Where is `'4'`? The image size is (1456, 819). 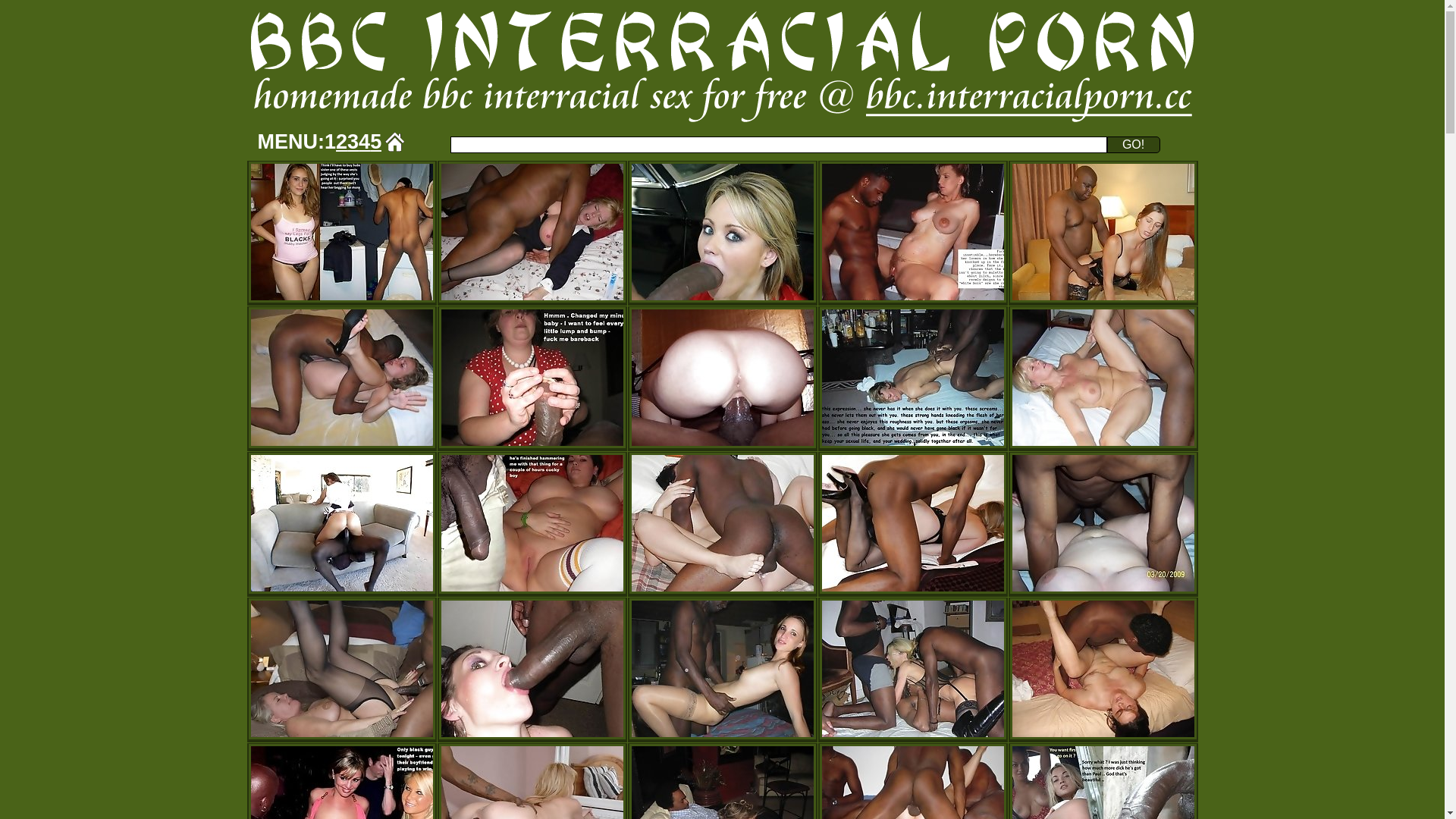 '4' is located at coordinates (364, 141).